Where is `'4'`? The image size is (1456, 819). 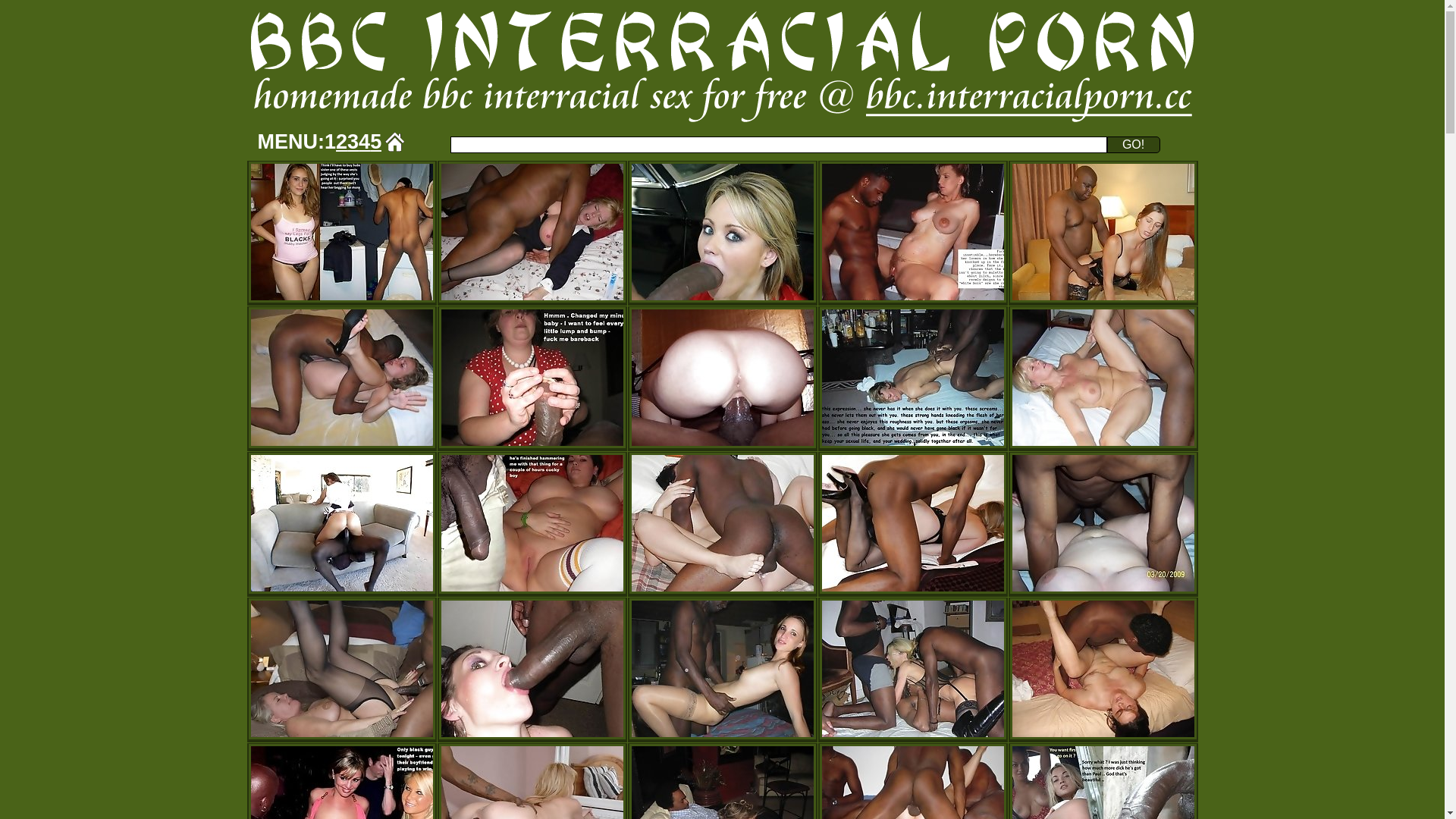 '4' is located at coordinates (364, 141).